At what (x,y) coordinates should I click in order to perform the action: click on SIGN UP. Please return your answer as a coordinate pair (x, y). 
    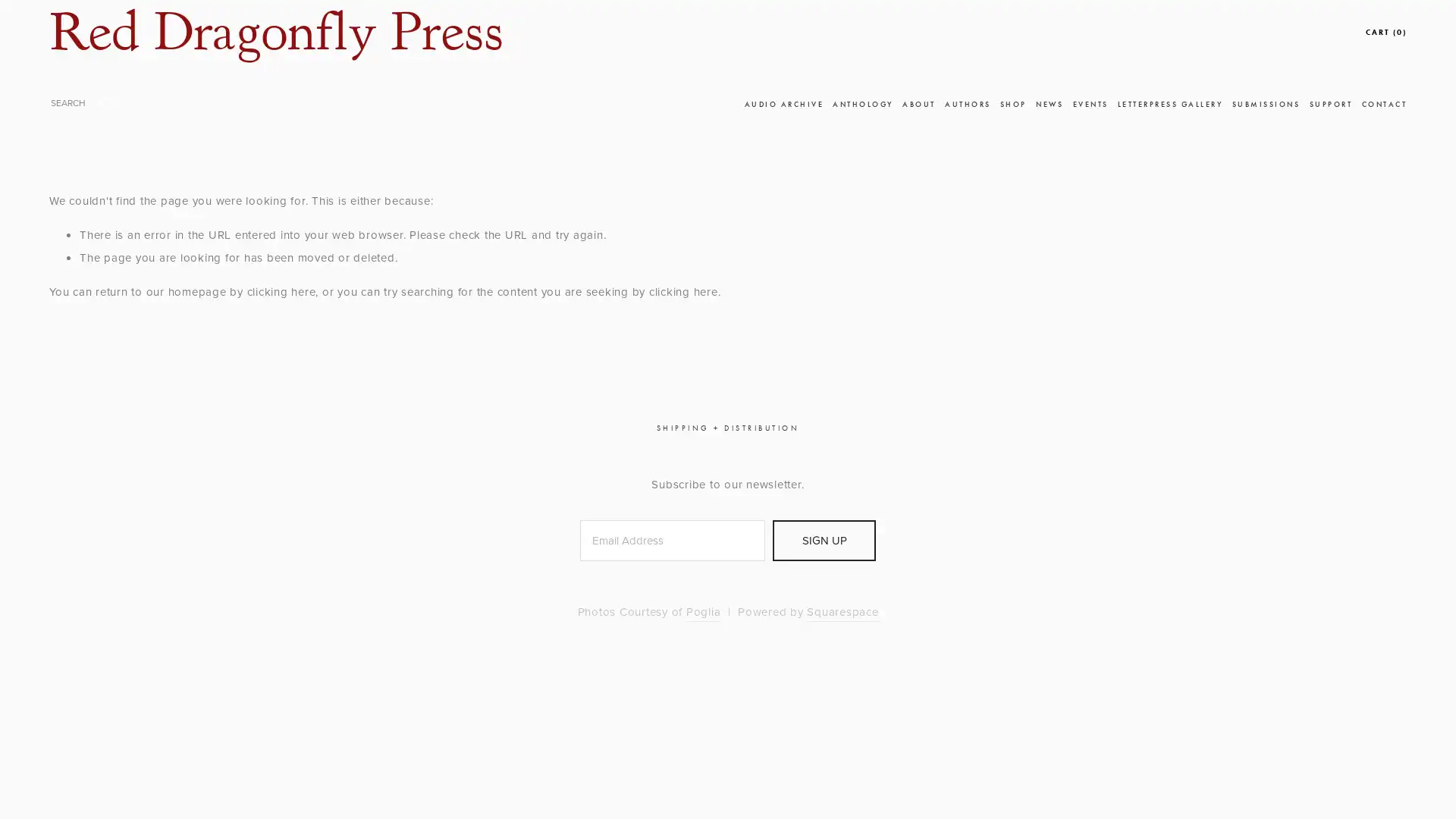
    Looking at the image, I should click on (823, 540).